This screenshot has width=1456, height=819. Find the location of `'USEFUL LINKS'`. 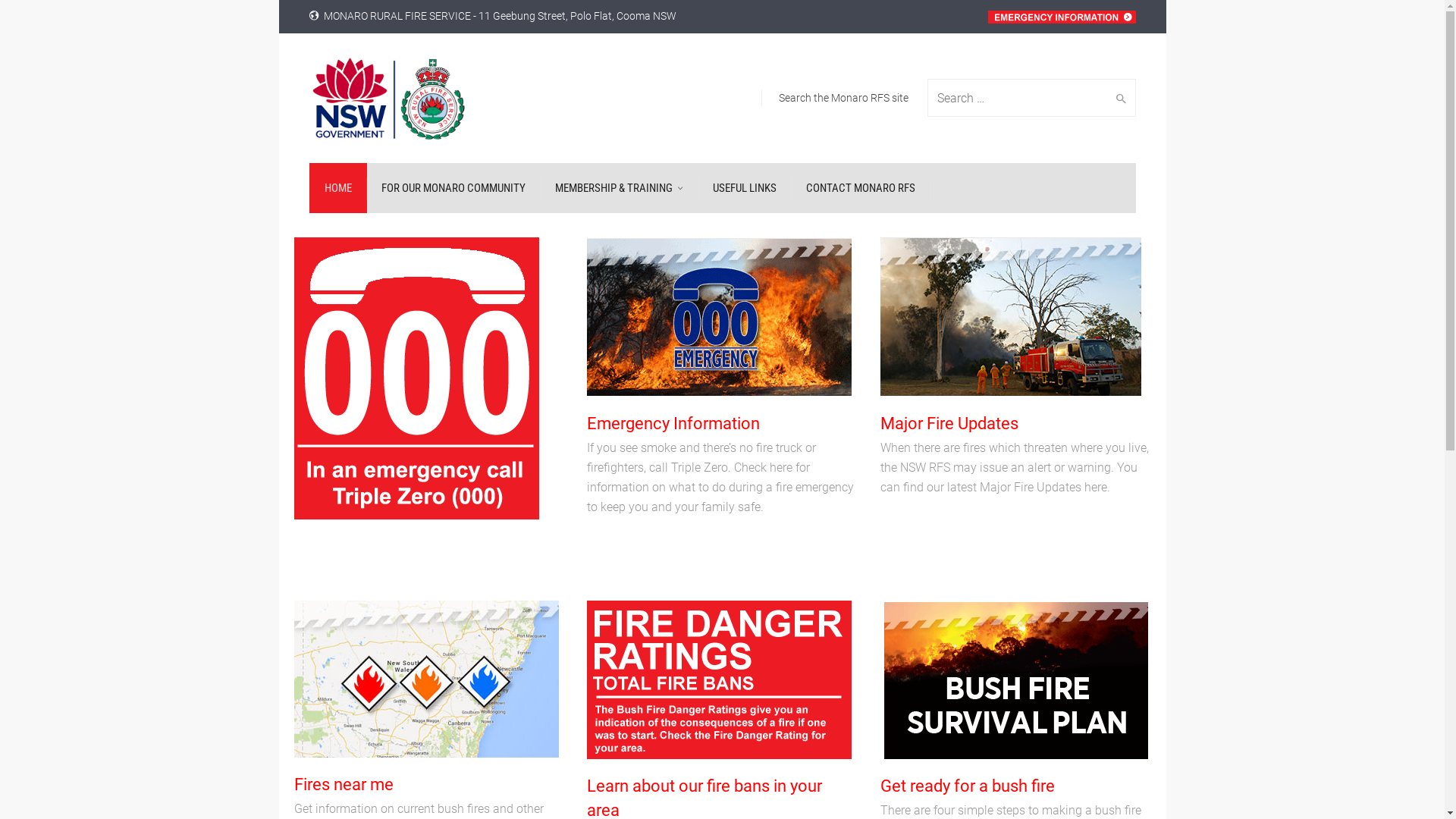

'USEFUL LINKS' is located at coordinates (745, 187).